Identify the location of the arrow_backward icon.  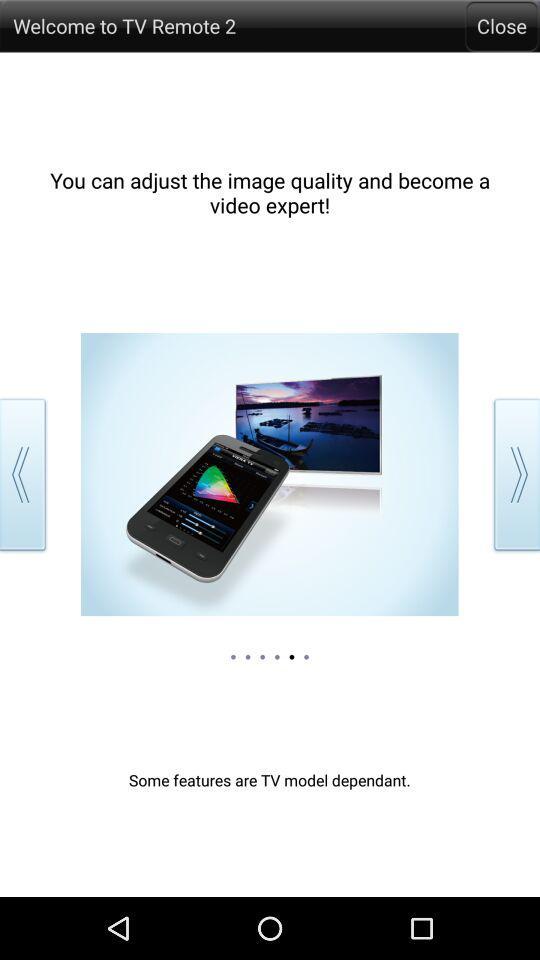
(26, 507).